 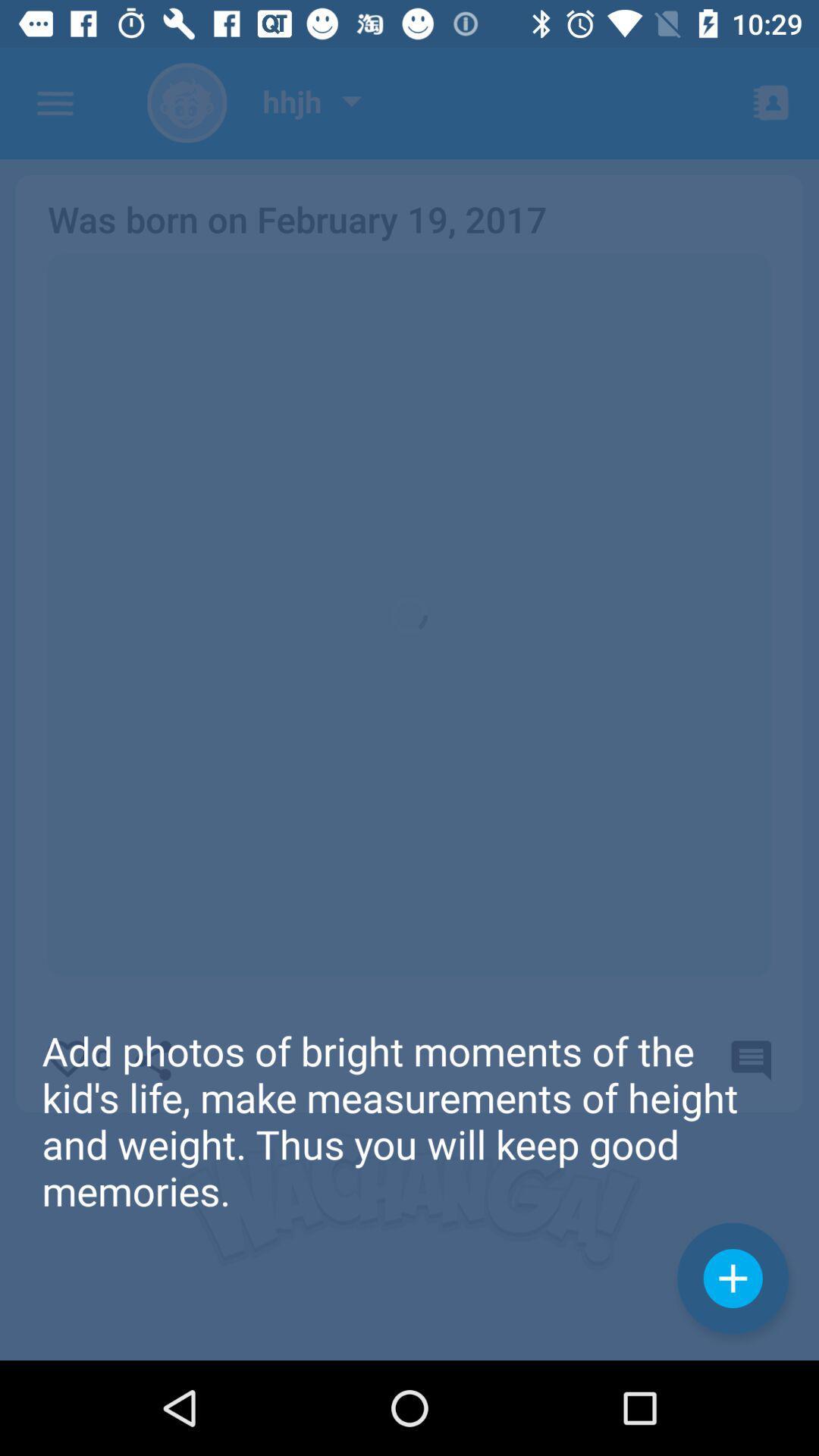 I want to click on the add icon, so click(x=732, y=1277).